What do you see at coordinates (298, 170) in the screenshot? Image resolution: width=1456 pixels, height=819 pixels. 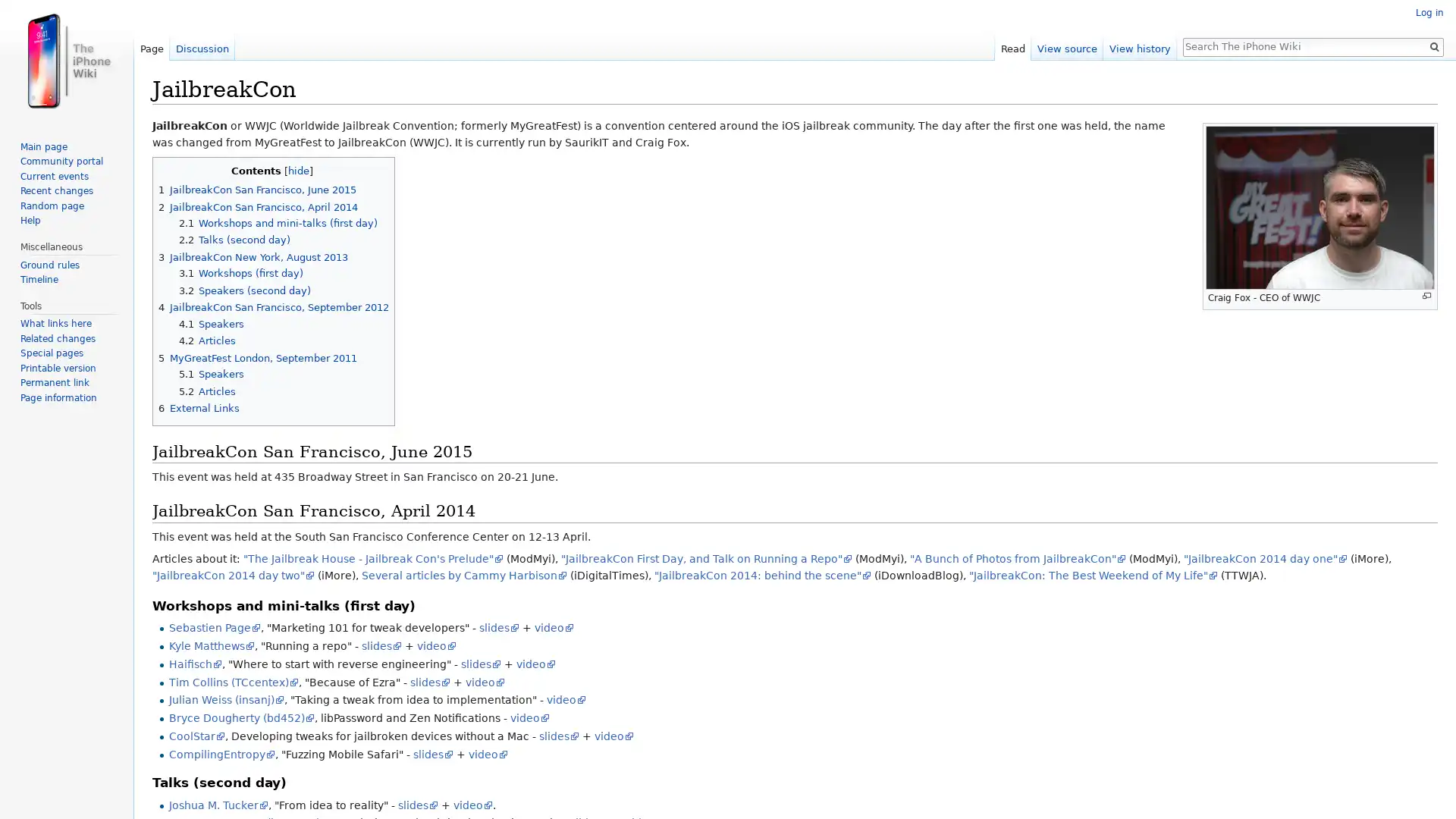 I see `hide` at bounding box center [298, 170].